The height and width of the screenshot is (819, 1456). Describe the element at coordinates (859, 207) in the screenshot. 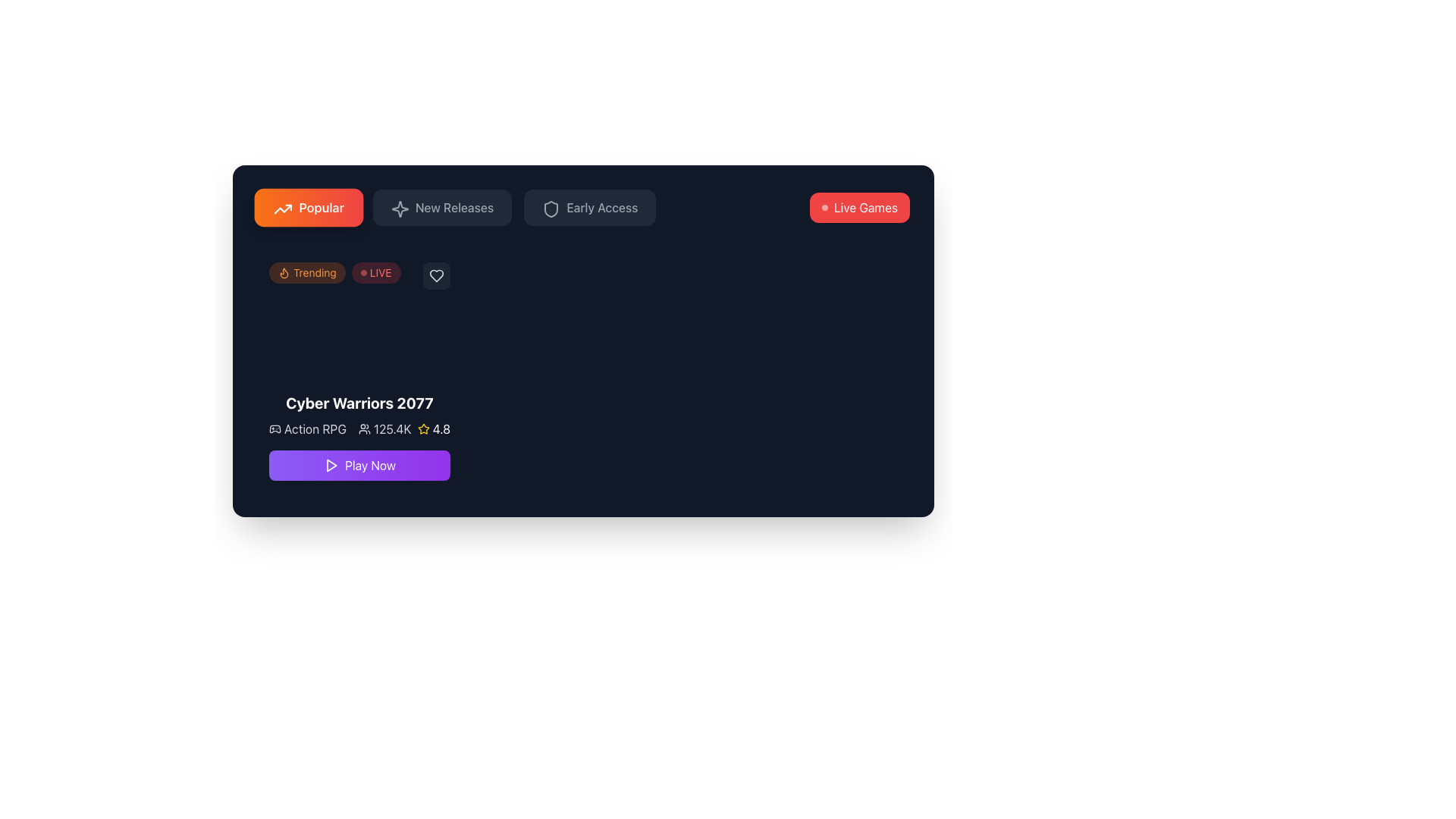

I see `the 'Live Games' button located in the top-right corner of the card` at that location.